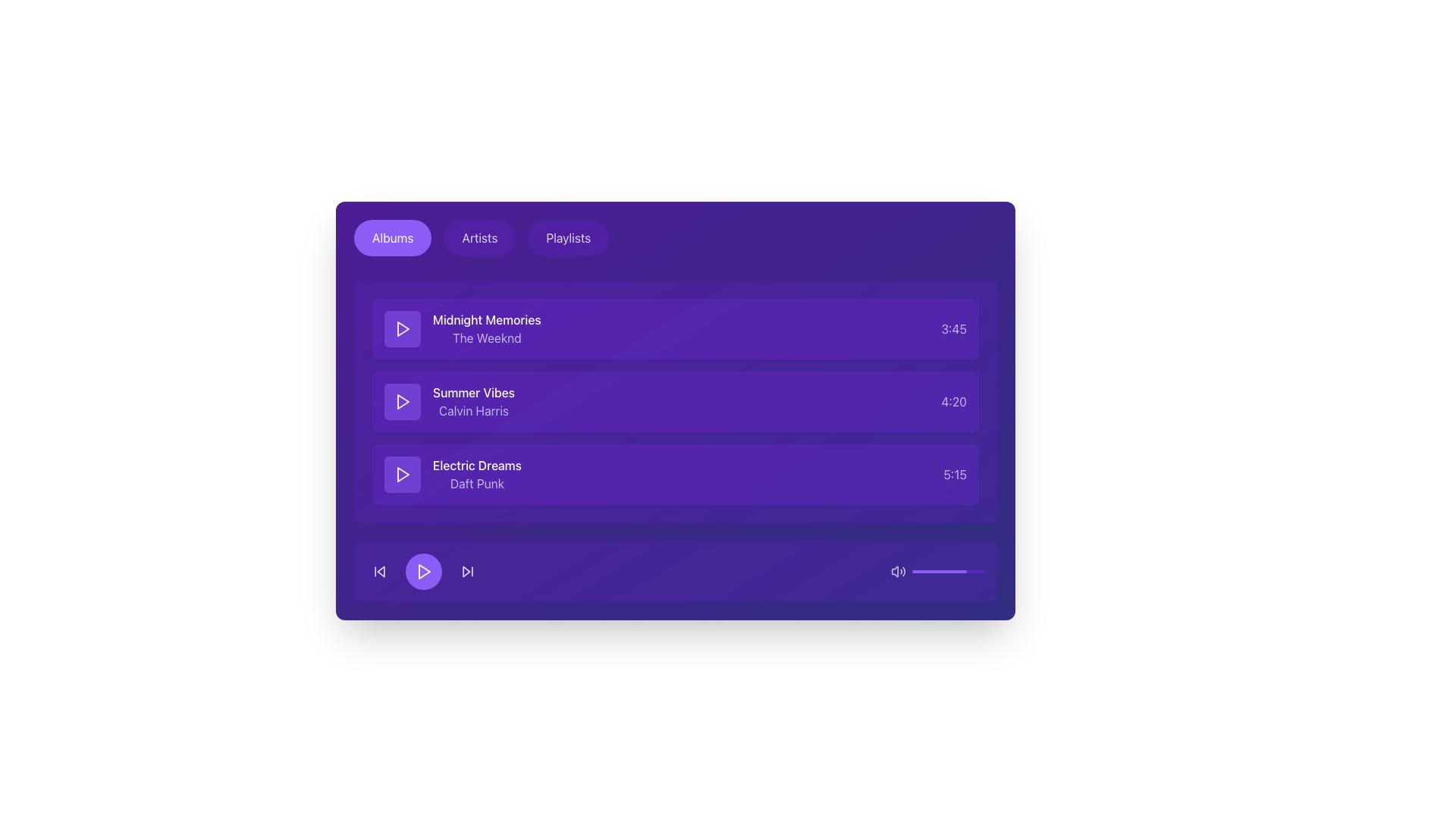 The width and height of the screenshot is (1456, 819). Describe the element at coordinates (927, 571) in the screenshot. I see `the volume level` at that location.